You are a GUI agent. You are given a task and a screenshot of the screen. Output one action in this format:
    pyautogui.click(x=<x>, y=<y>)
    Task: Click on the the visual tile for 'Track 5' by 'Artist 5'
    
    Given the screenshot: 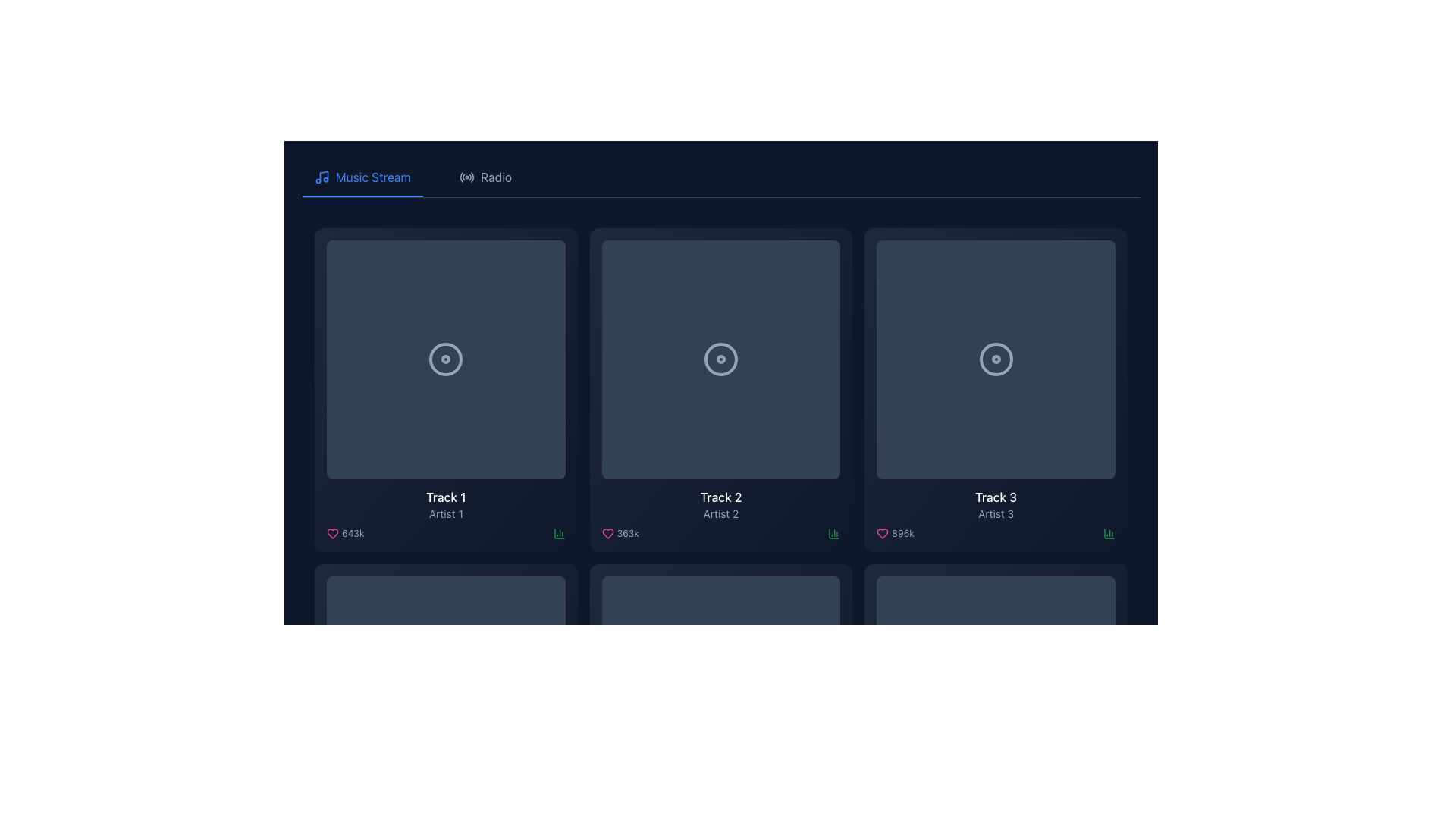 What is the action you would take?
    pyautogui.click(x=720, y=695)
    